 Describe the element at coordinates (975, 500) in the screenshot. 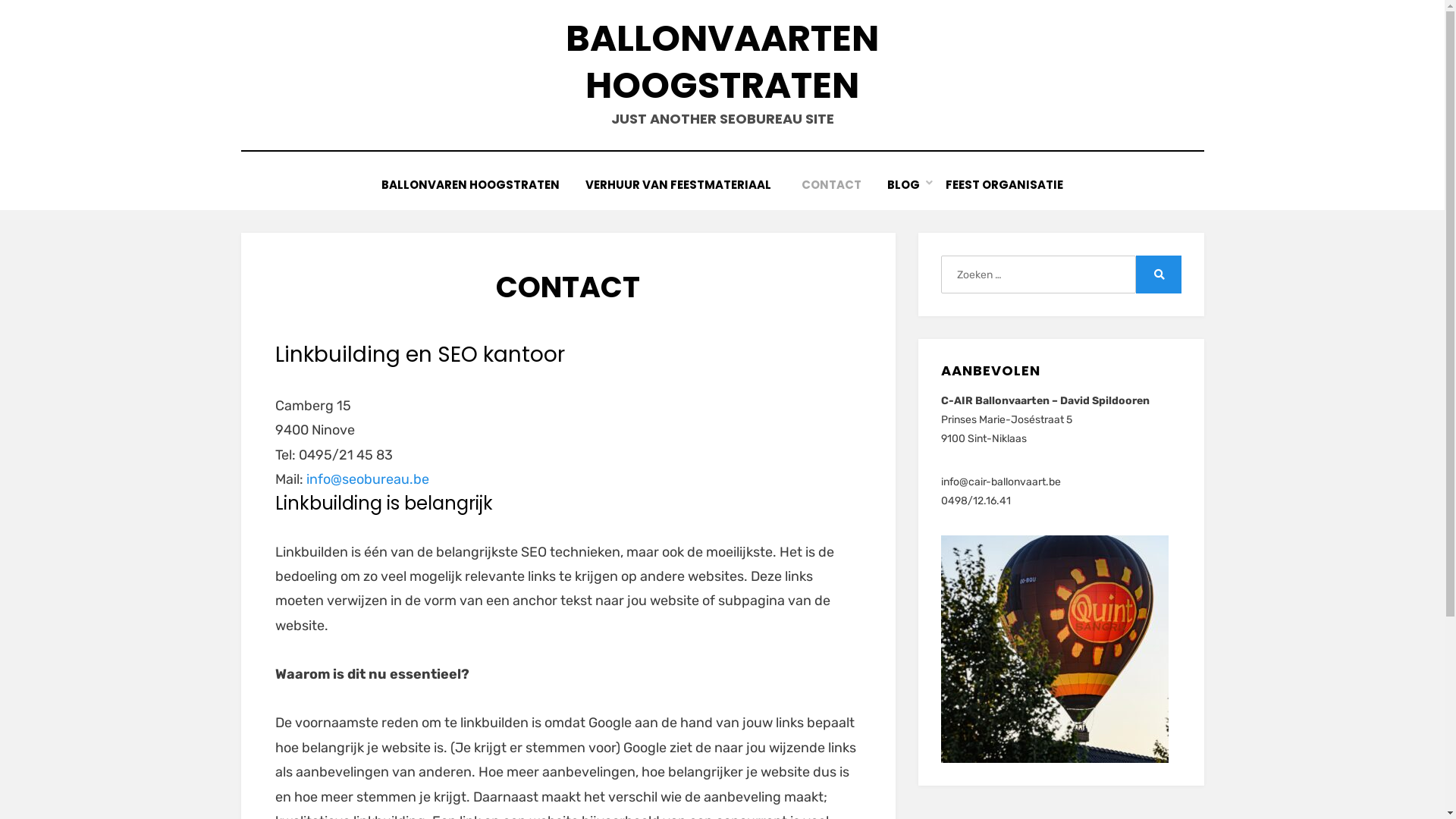

I see `'0498/12.16.41'` at that location.